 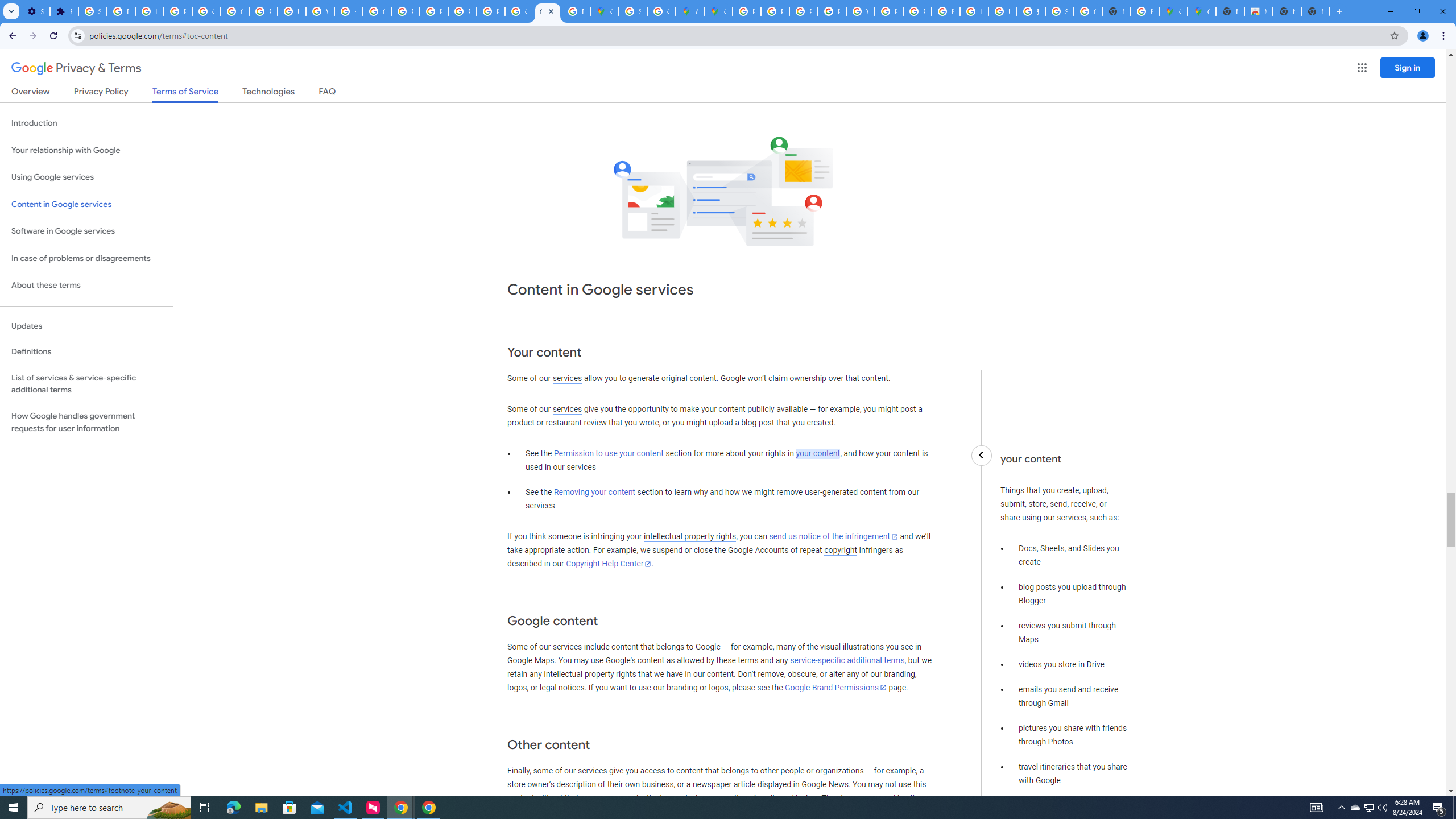 I want to click on 'How Google handles government requests for user information', so click(x=86, y=422).